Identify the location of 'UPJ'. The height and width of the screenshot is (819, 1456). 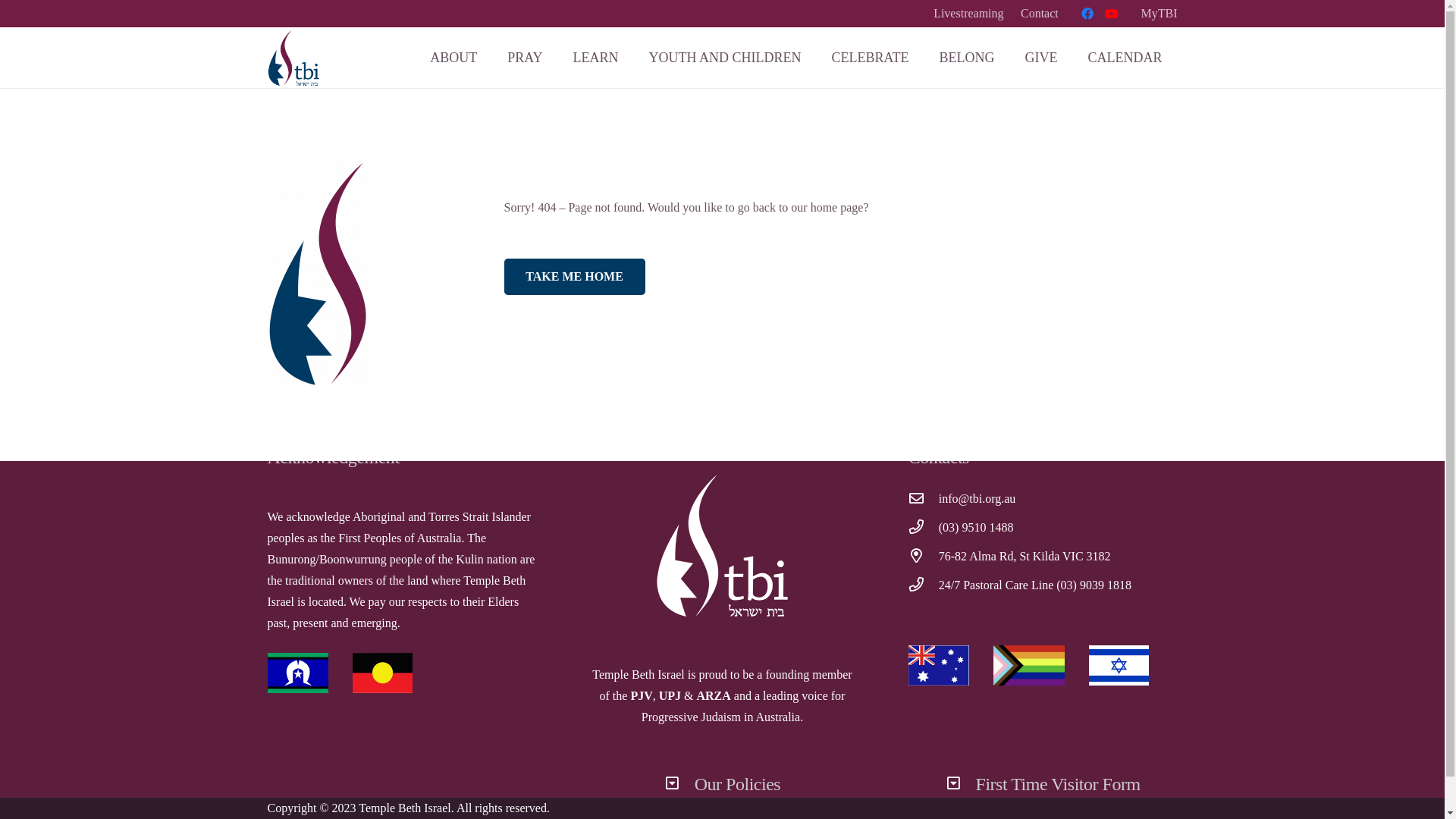
(669, 695).